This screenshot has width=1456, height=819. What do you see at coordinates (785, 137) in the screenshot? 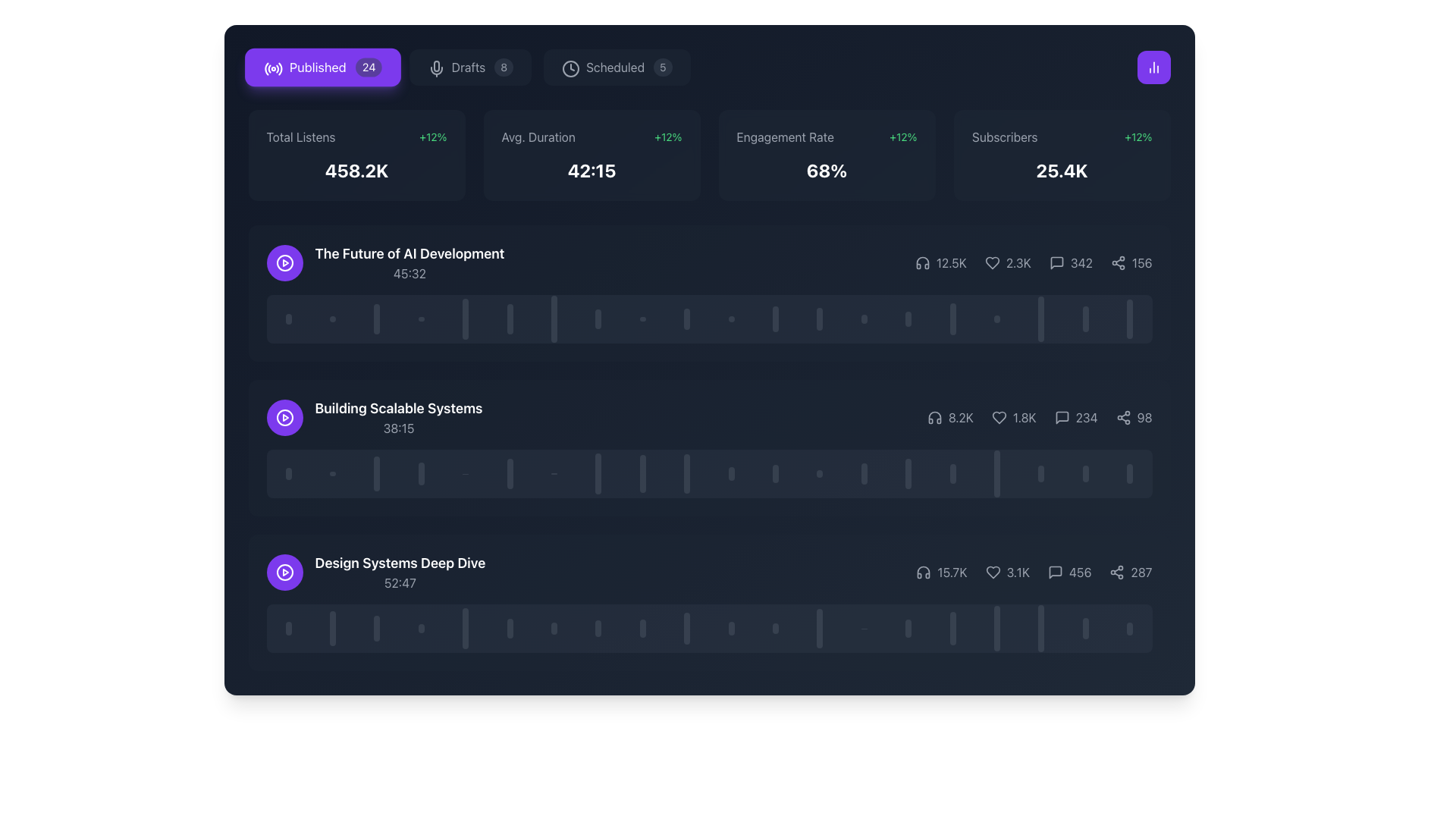
I see `the left-aligned text label that describes the metric displayed below it, which is part of a larger statistics display in the third box from the left` at bounding box center [785, 137].